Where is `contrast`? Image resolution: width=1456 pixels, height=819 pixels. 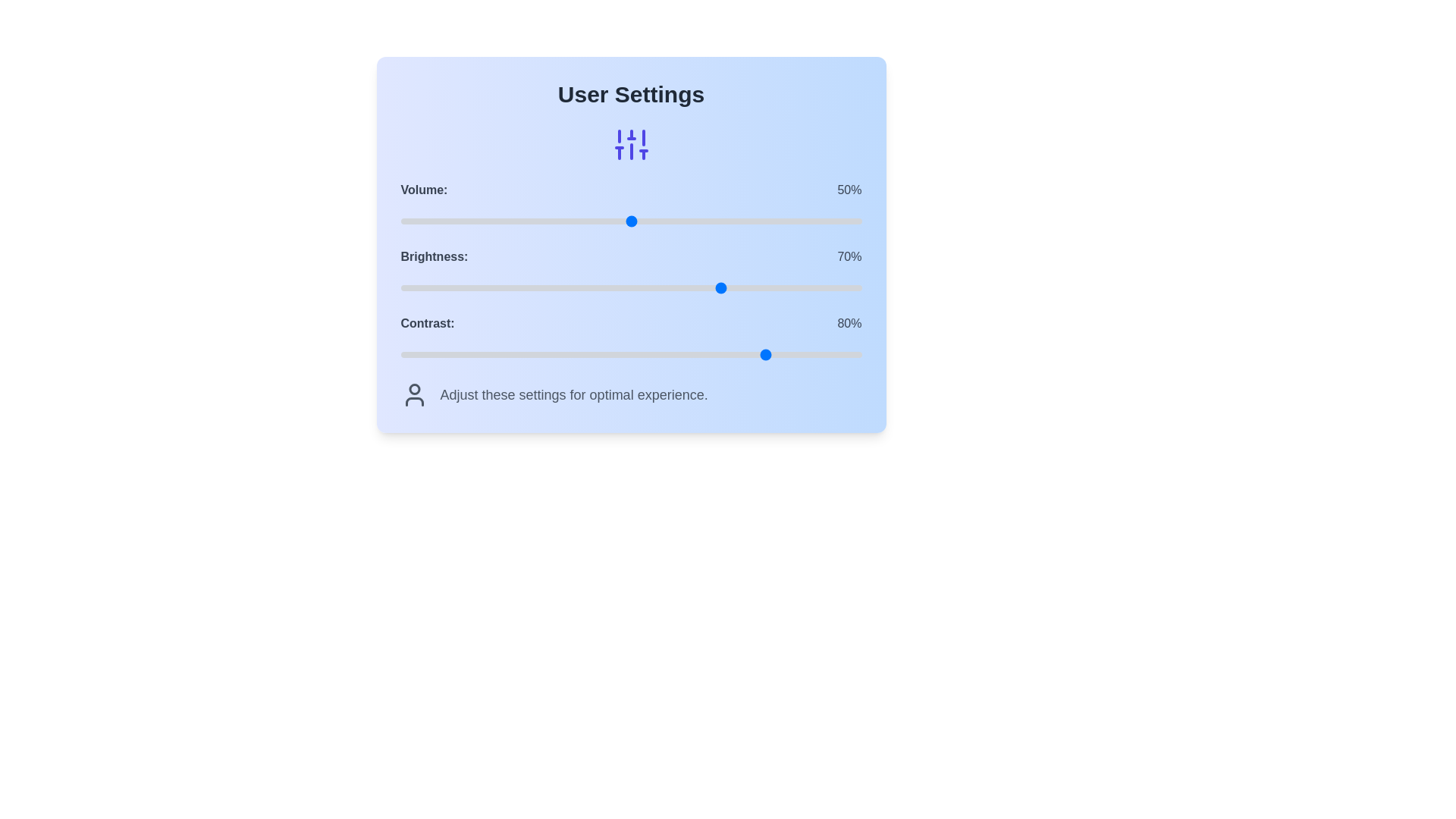 contrast is located at coordinates (658, 354).